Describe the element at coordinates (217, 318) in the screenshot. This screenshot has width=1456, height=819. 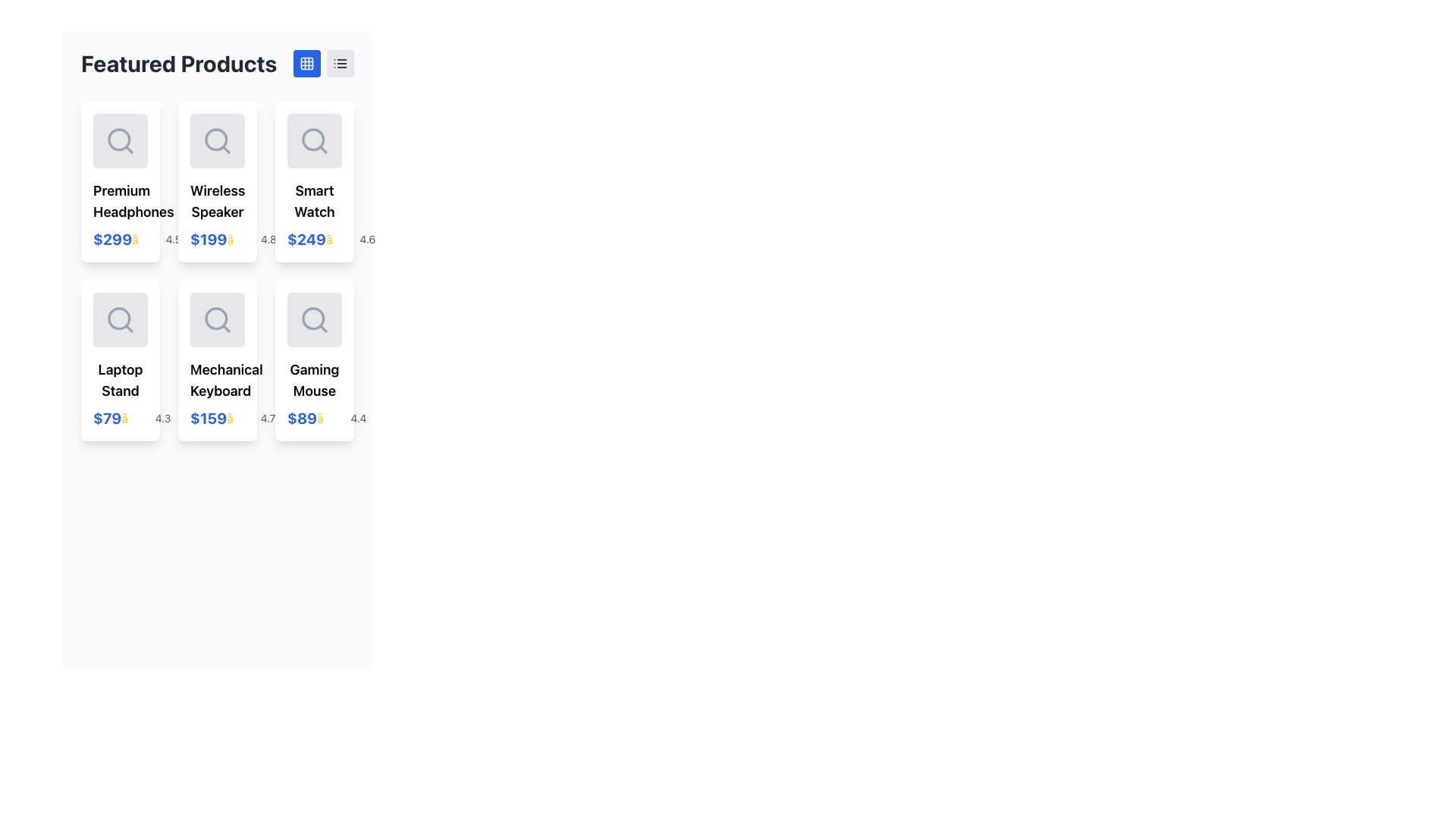
I see `the magnifying glass icon in the card labeled 'Mechanical Keyboard', which is located in the middle row, second column of the grid layout` at that location.